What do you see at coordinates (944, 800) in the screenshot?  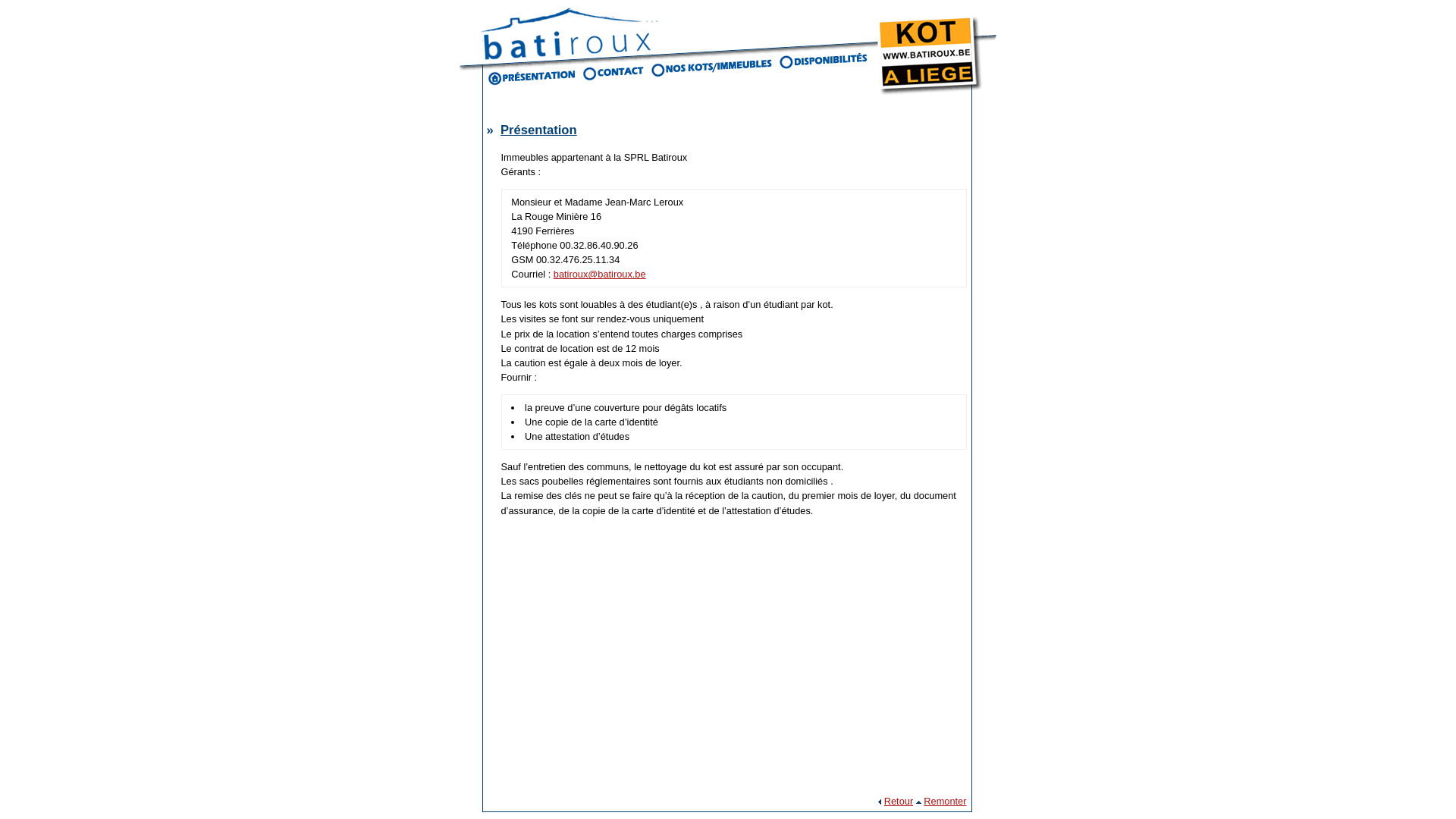 I see `'Remonter'` at bounding box center [944, 800].